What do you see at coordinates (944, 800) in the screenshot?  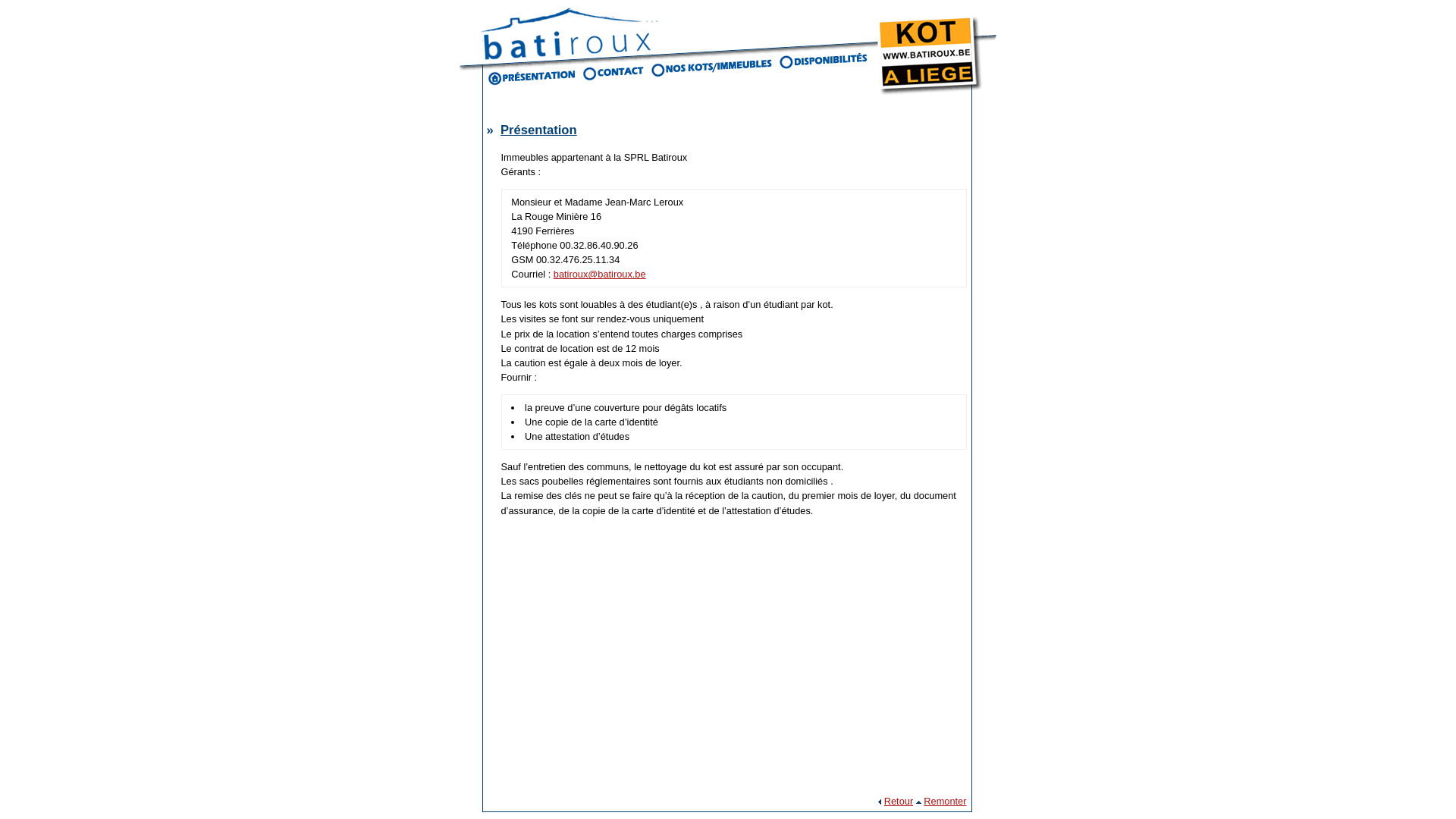 I see `'Remonter'` at bounding box center [944, 800].